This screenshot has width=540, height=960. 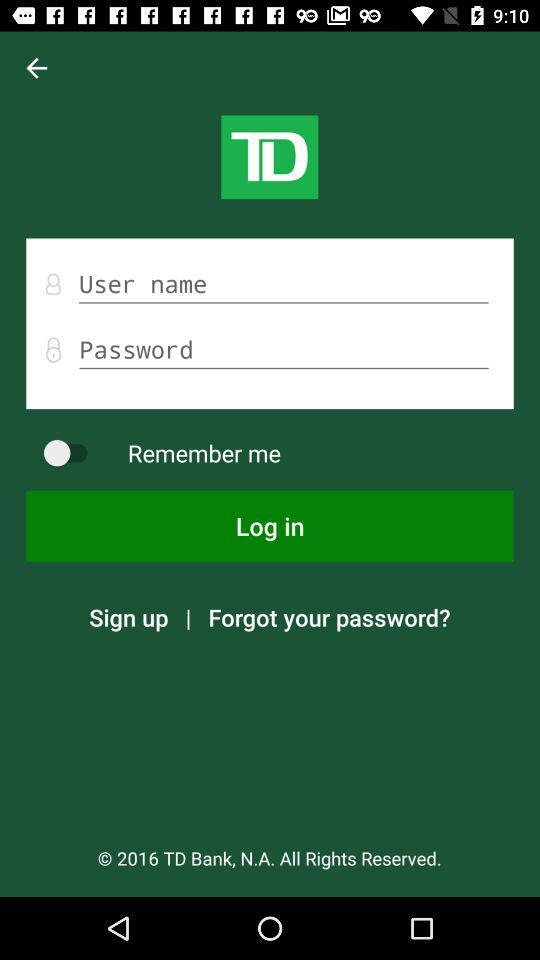 What do you see at coordinates (329, 616) in the screenshot?
I see `the icon next to the | item` at bounding box center [329, 616].